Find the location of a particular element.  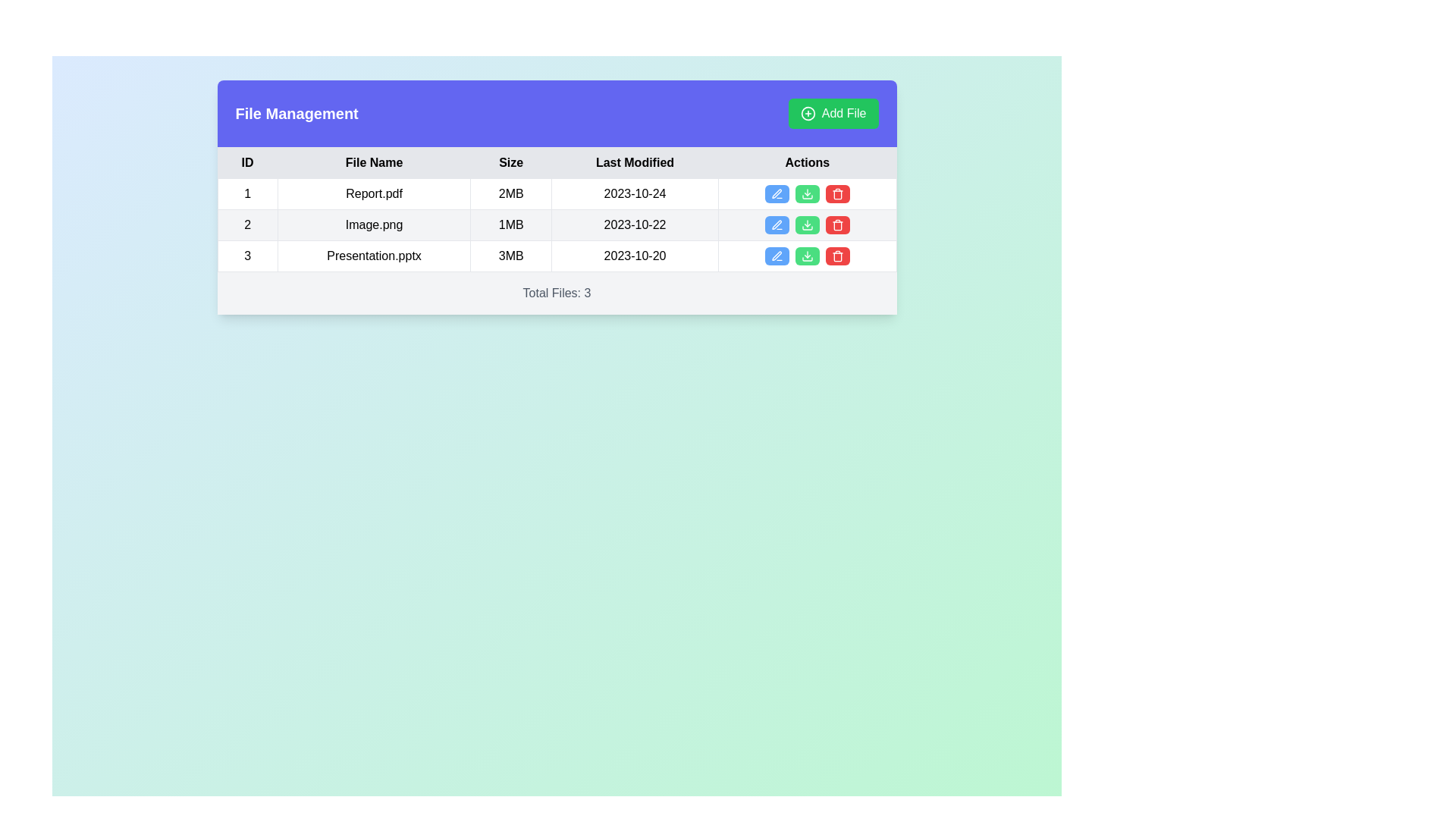

the table cell in the second row of the 'ID' column, which displays the row identifier or index value is located at coordinates (247, 225).